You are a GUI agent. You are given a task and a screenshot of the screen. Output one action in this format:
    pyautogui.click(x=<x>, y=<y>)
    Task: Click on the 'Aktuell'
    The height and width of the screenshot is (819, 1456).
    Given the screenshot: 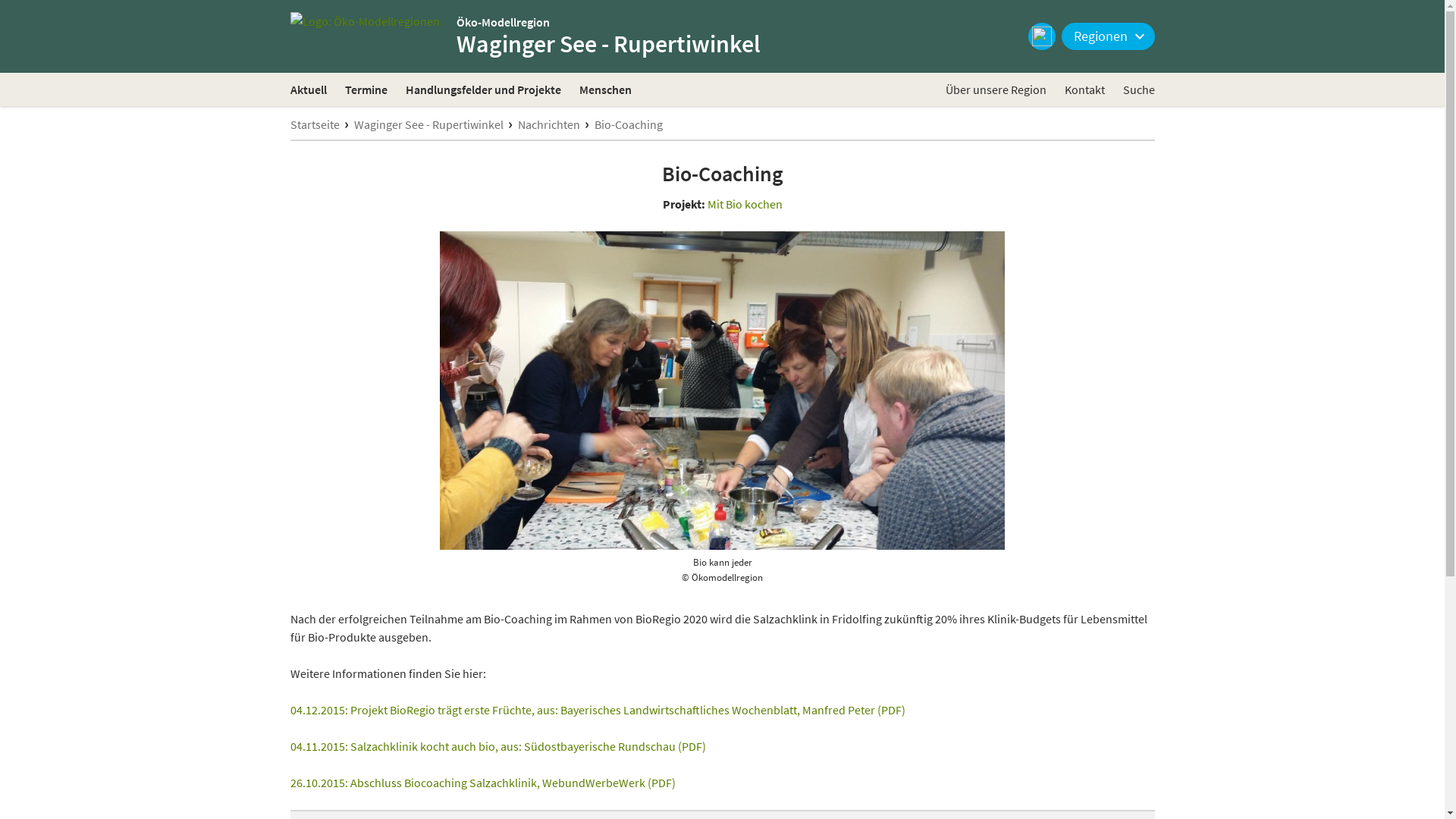 What is the action you would take?
    pyautogui.click(x=307, y=89)
    